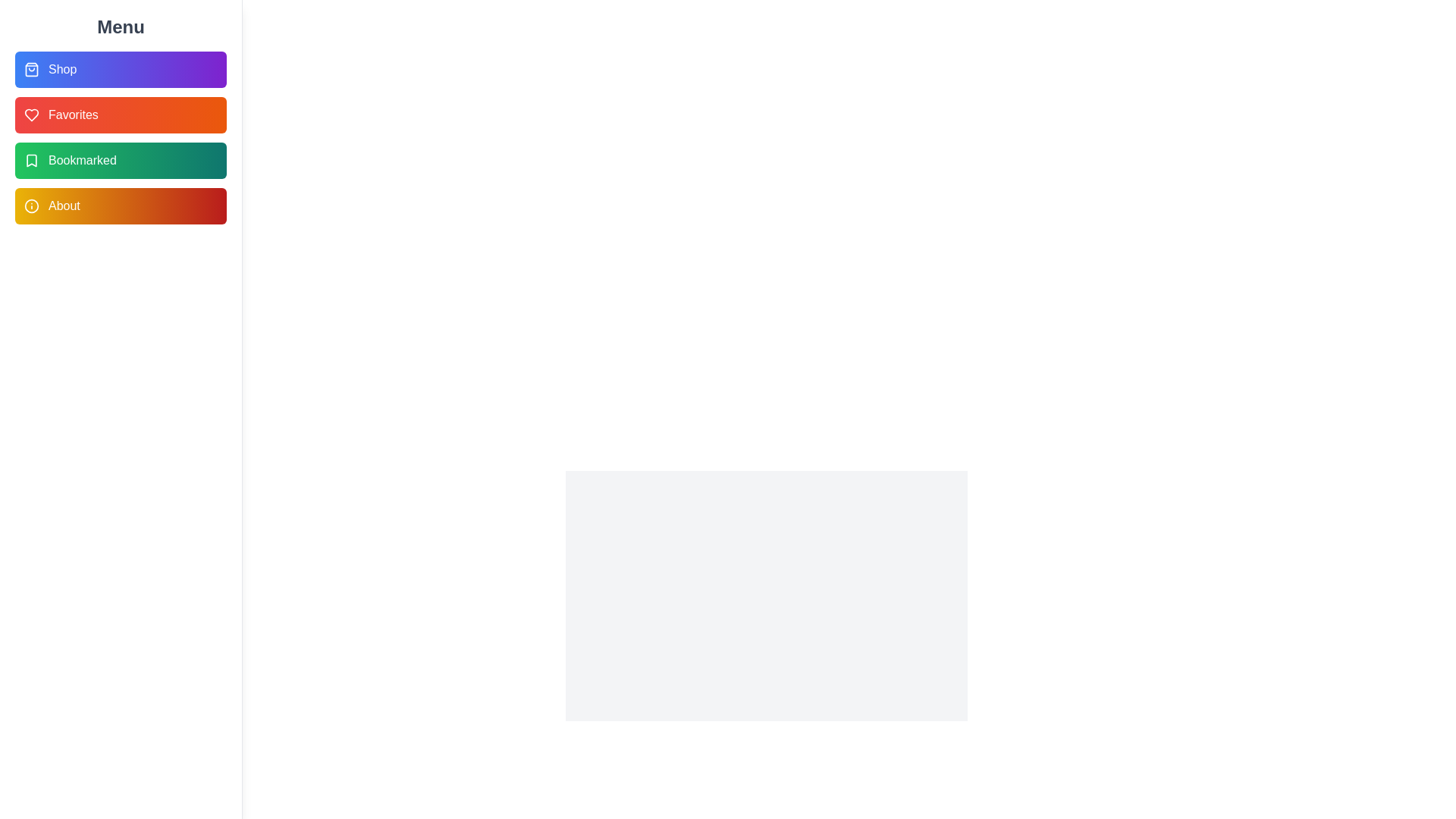 This screenshot has height=819, width=1456. Describe the element at coordinates (120, 206) in the screenshot. I see `the About menu item` at that location.